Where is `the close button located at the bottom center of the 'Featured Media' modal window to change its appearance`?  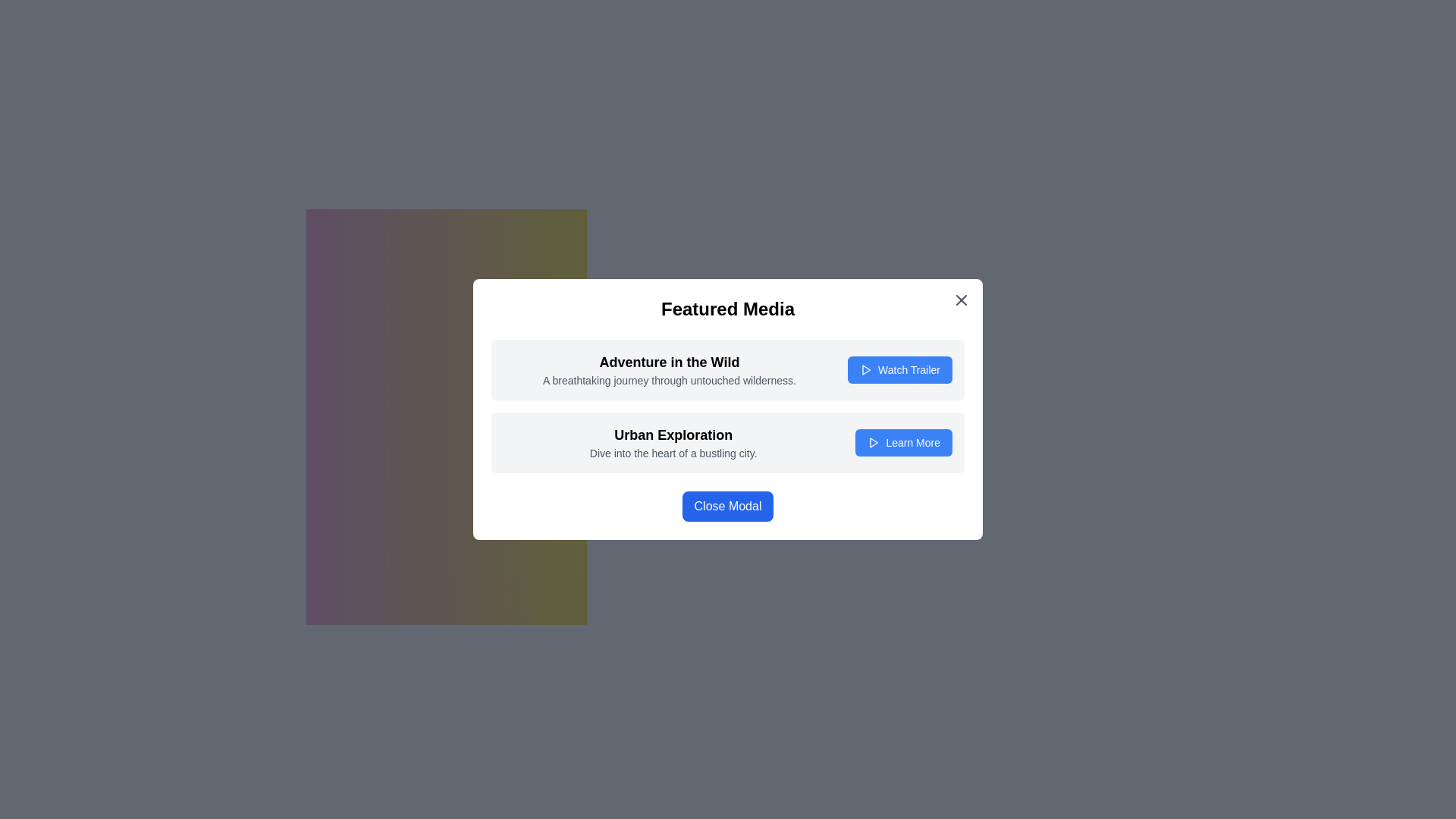 the close button located at the bottom center of the 'Featured Media' modal window to change its appearance is located at coordinates (728, 506).